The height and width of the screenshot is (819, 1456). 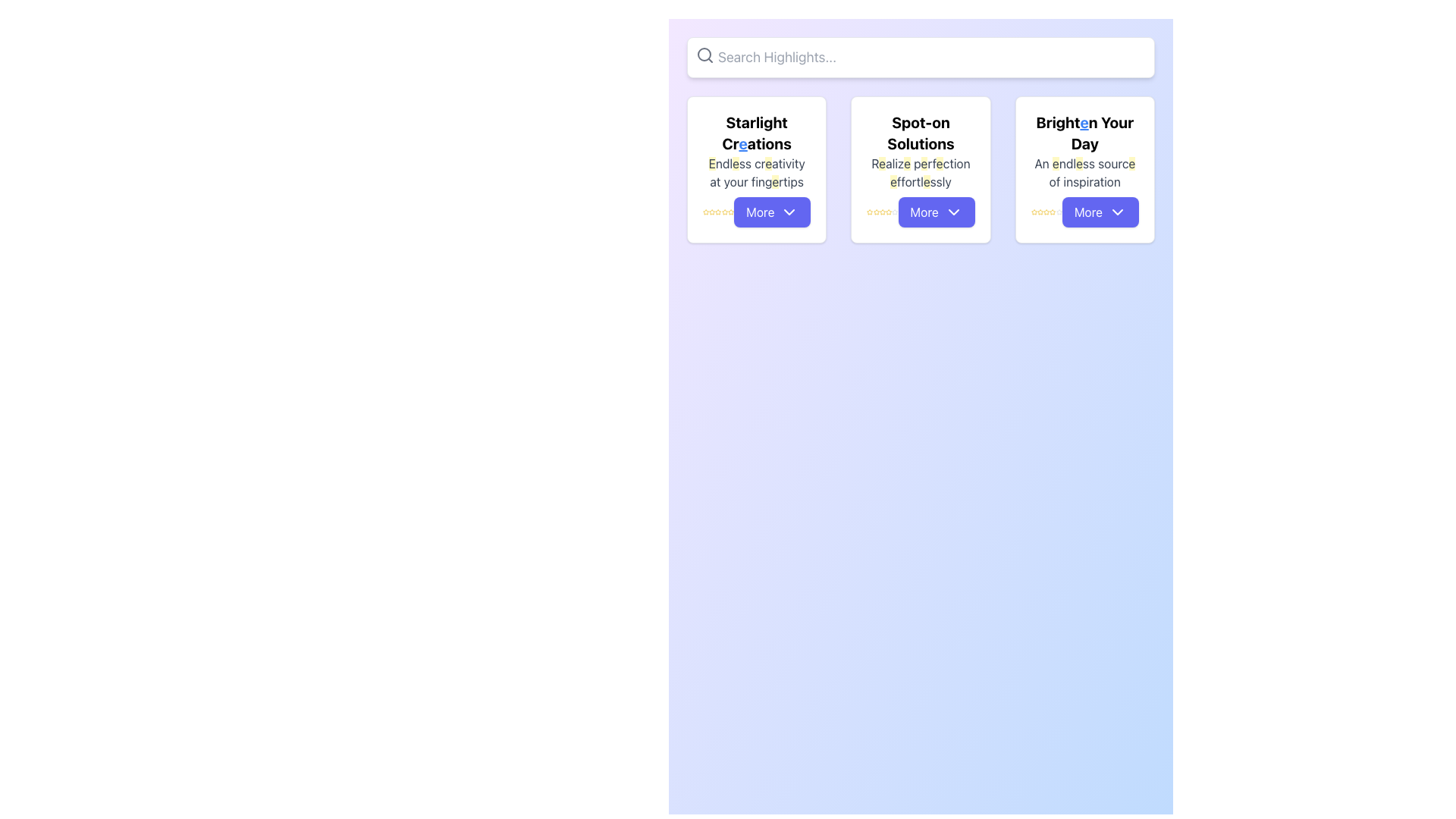 I want to click on the first yellow star icon in the horizontal sequence of rating stars located under the 'Brighten Your Day' card, so click(x=1033, y=212).